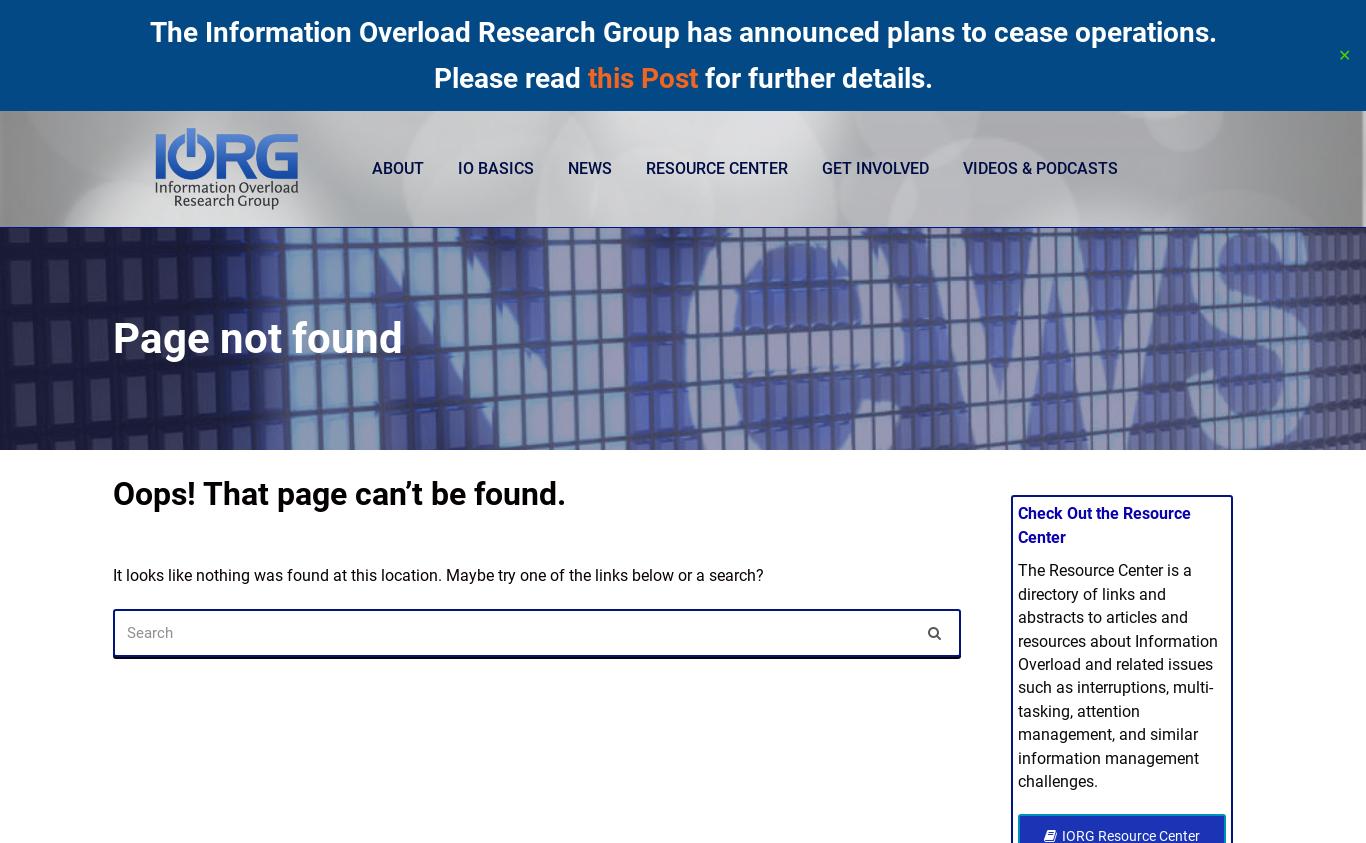 The width and height of the screenshot is (1366, 843). What do you see at coordinates (437, 574) in the screenshot?
I see `'It looks like nothing was found at this location. Maybe try one of the links below or a search?'` at bounding box center [437, 574].